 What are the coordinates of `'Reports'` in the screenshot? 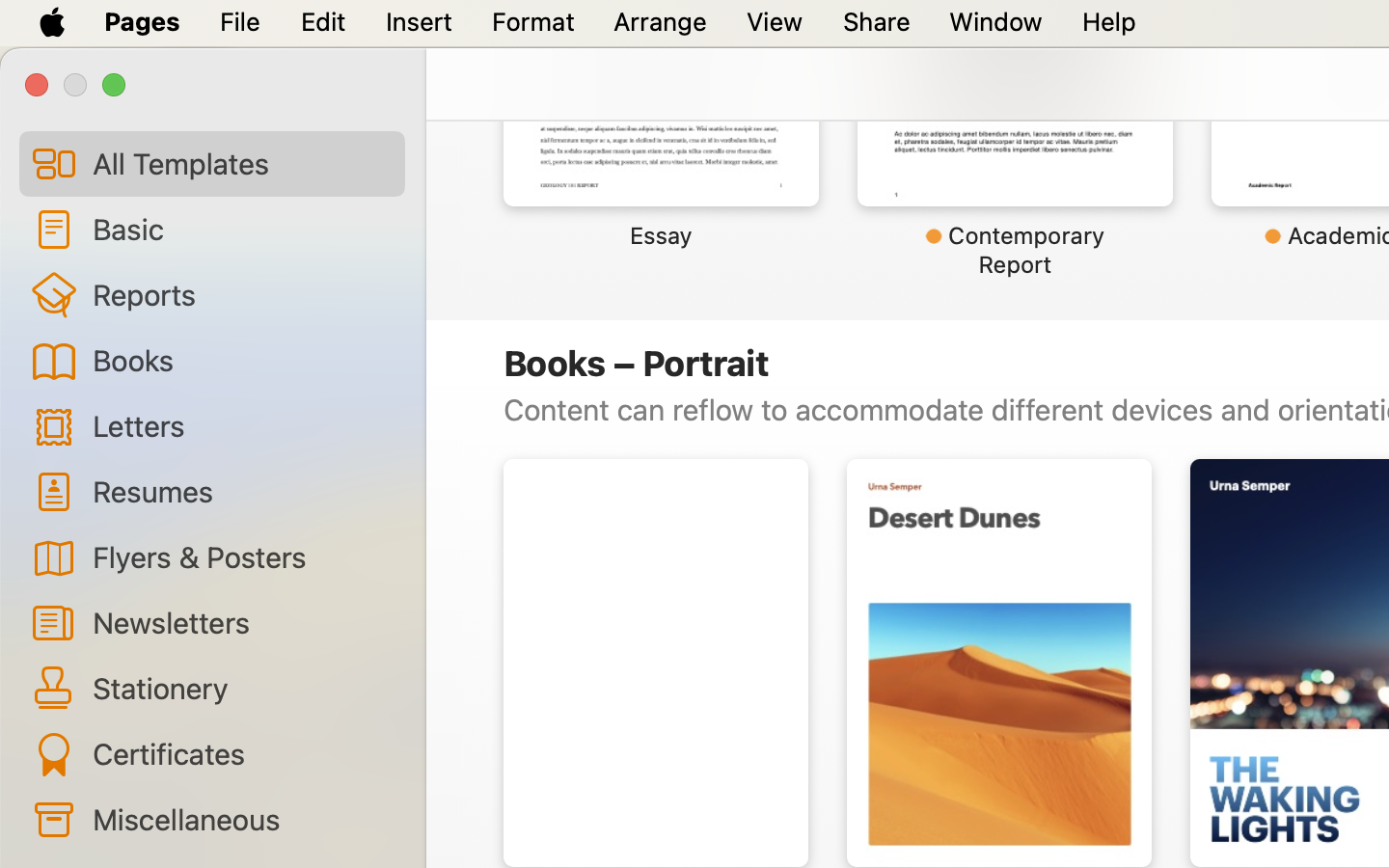 It's located at (239, 293).